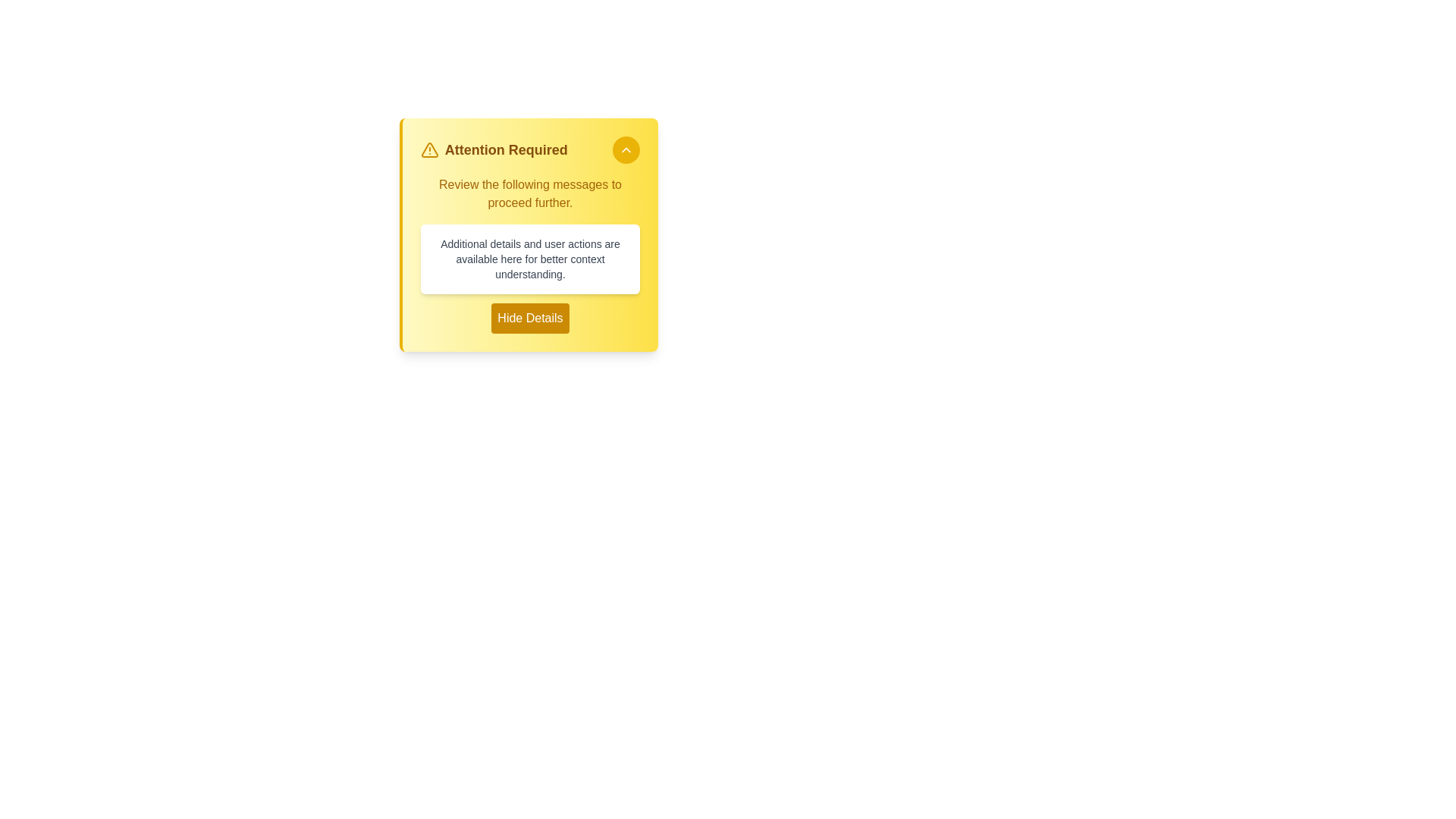  What do you see at coordinates (428, 149) in the screenshot?
I see `the alert icon to display additional context` at bounding box center [428, 149].